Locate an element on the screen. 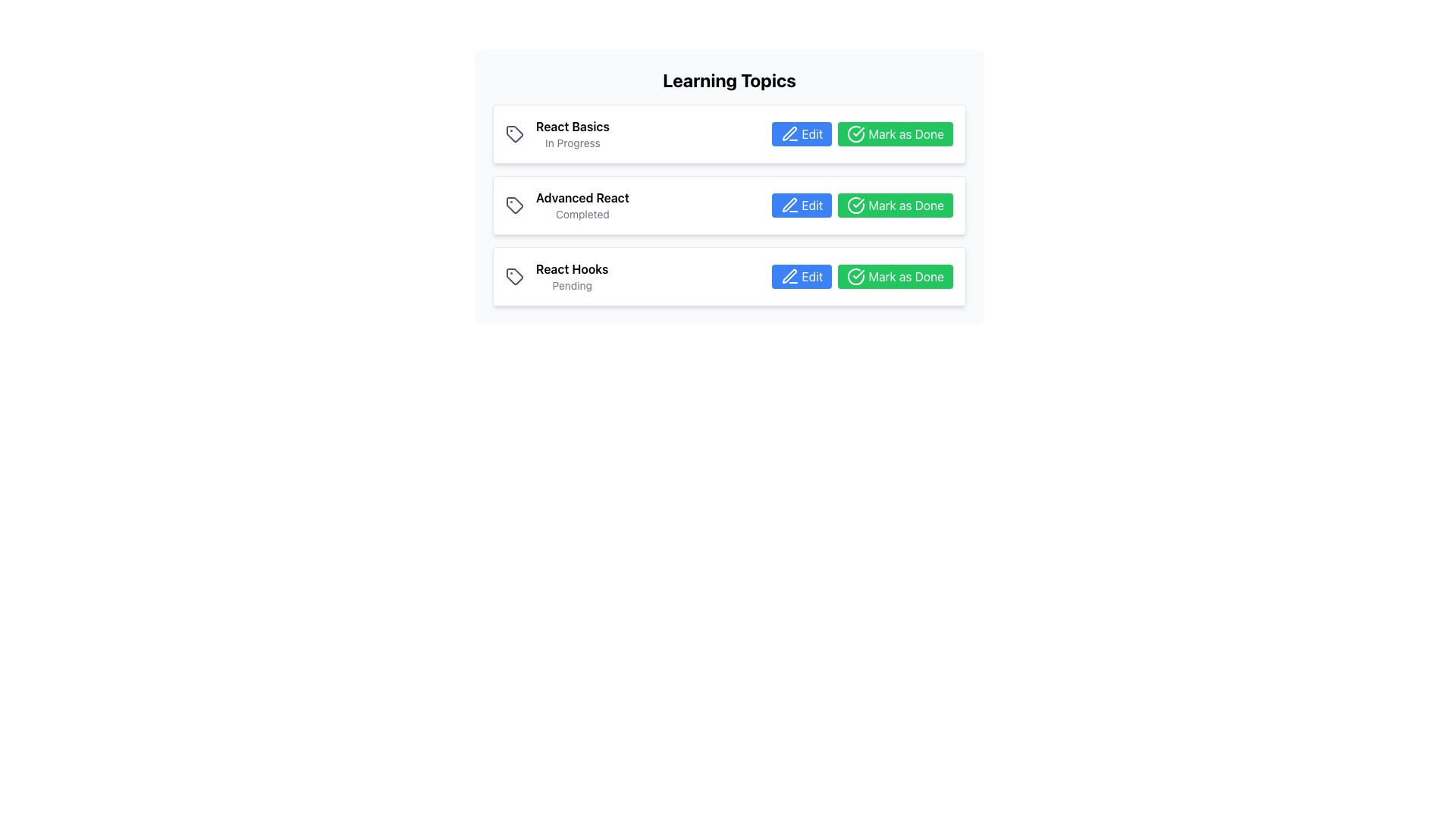 Image resolution: width=1456 pixels, height=819 pixels. the completion icon located to the left of the 'Mark as Done' button in the third row of the displayed list is located at coordinates (856, 277).